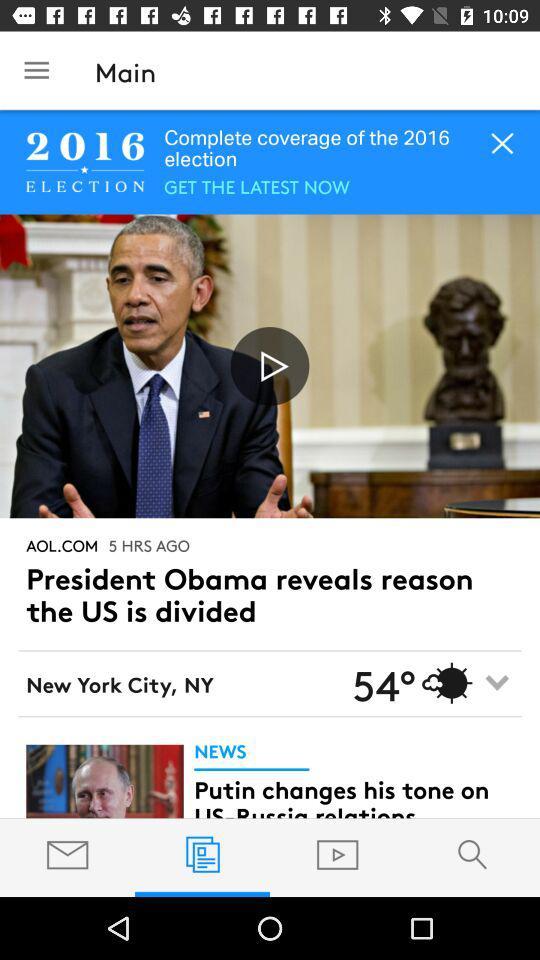 Image resolution: width=540 pixels, height=960 pixels. Describe the element at coordinates (256, 186) in the screenshot. I see `the text get the latest now` at that location.